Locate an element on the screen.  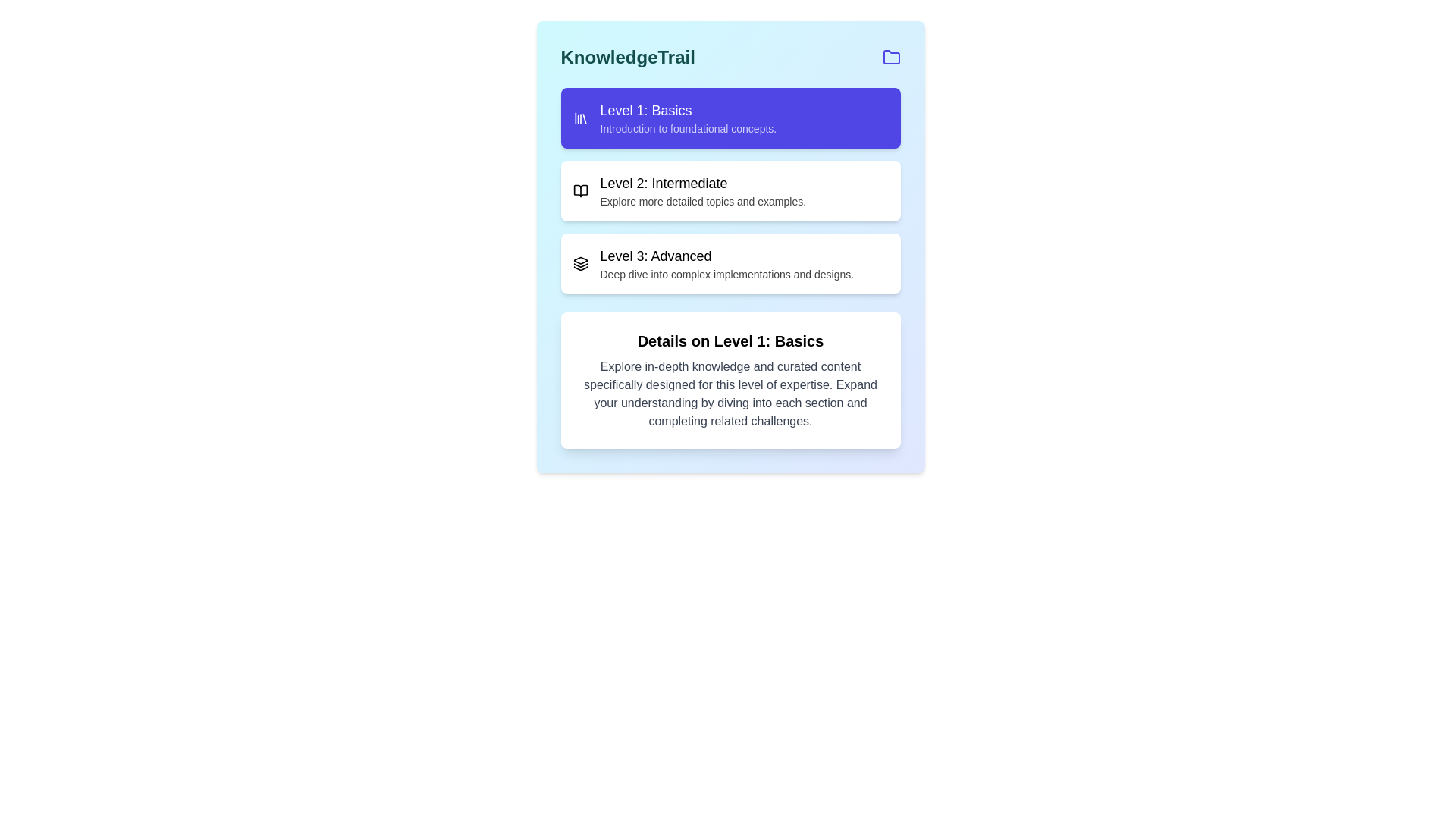
the open book icon located next to the 'Level 2: Intermediate' textual description is located at coordinates (579, 190).